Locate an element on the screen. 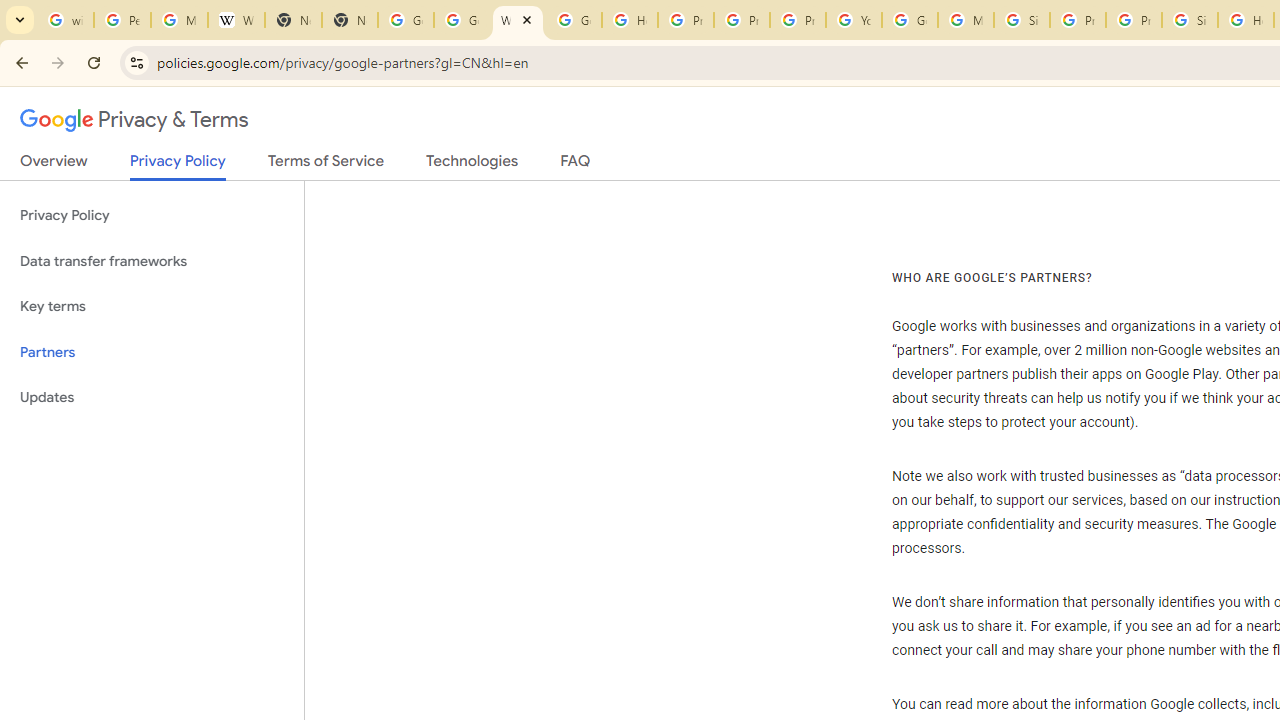 The width and height of the screenshot is (1280, 720). 'YouTube' is located at coordinates (853, 20).